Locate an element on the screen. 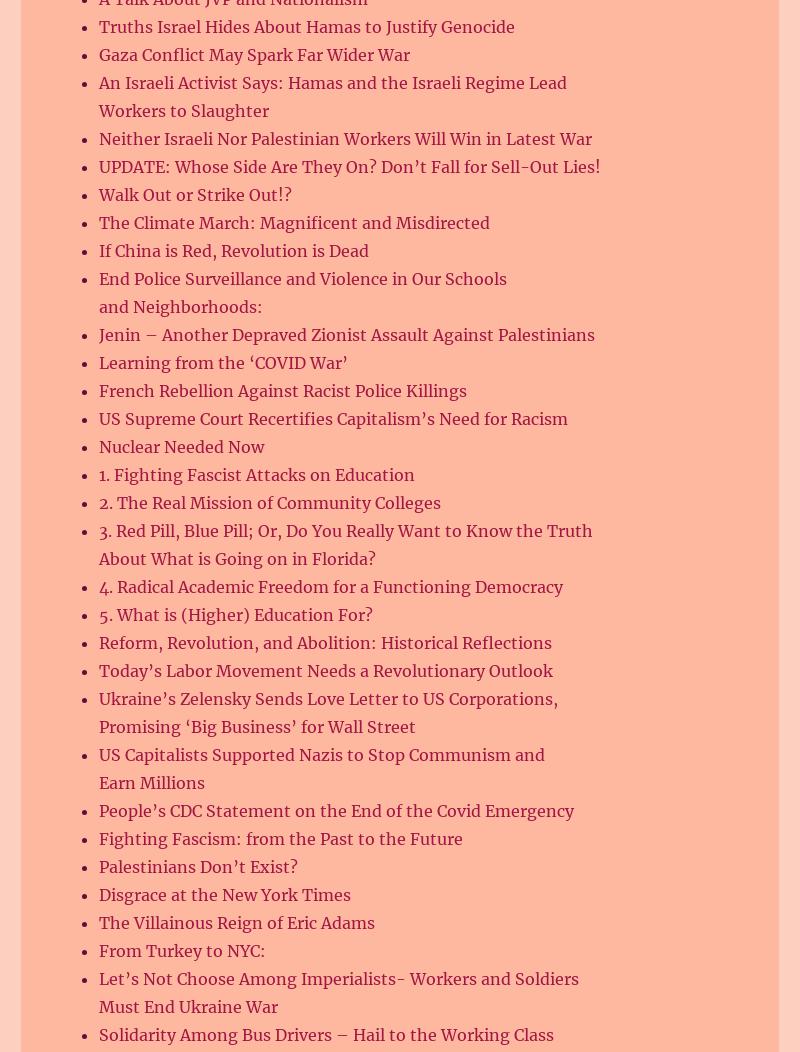 This screenshot has width=800, height=1052. 'US Supreme Court Recertifies Capitalism’s Need for Racism' is located at coordinates (332, 418).